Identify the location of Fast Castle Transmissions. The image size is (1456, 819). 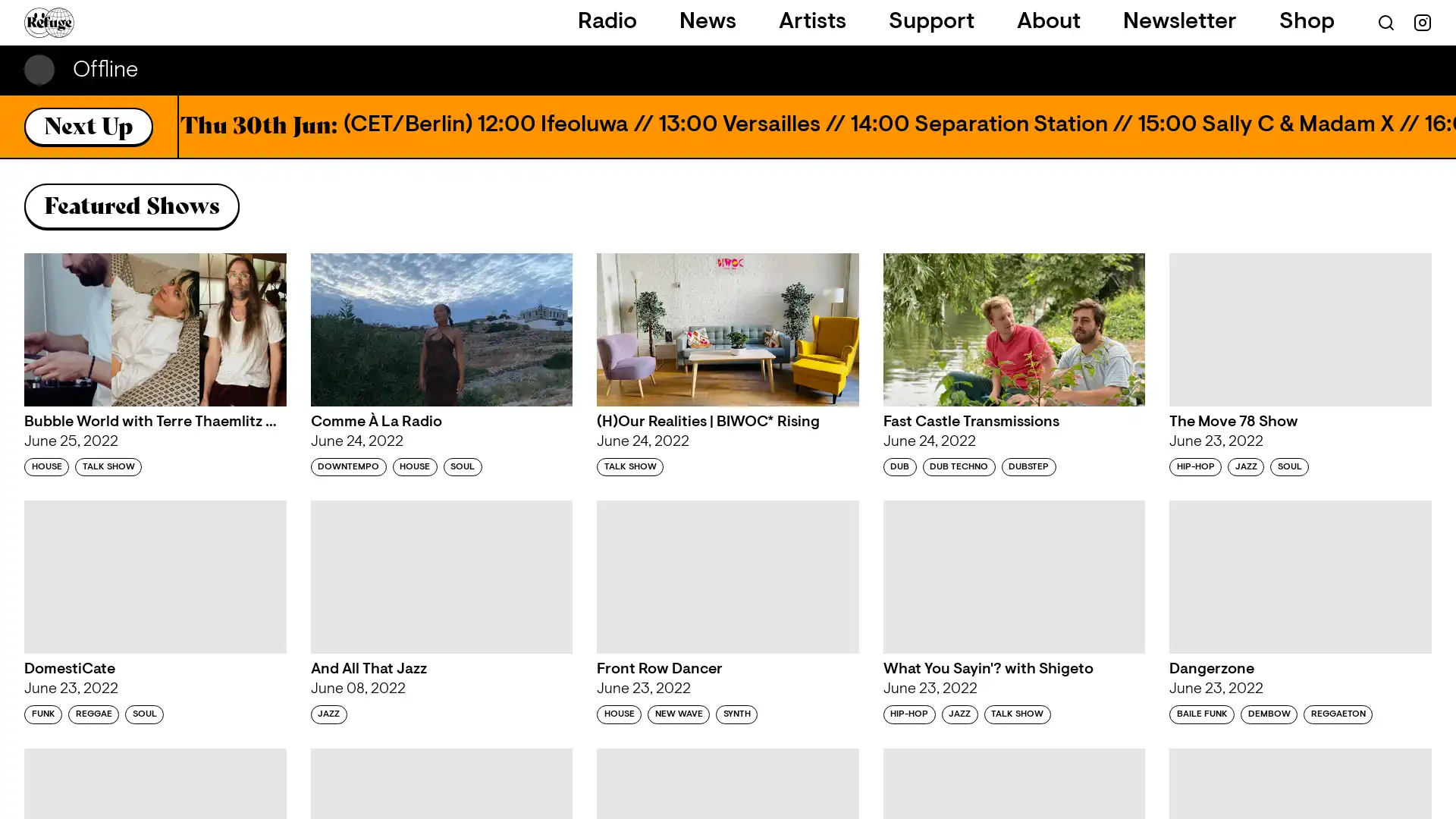
(1014, 329).